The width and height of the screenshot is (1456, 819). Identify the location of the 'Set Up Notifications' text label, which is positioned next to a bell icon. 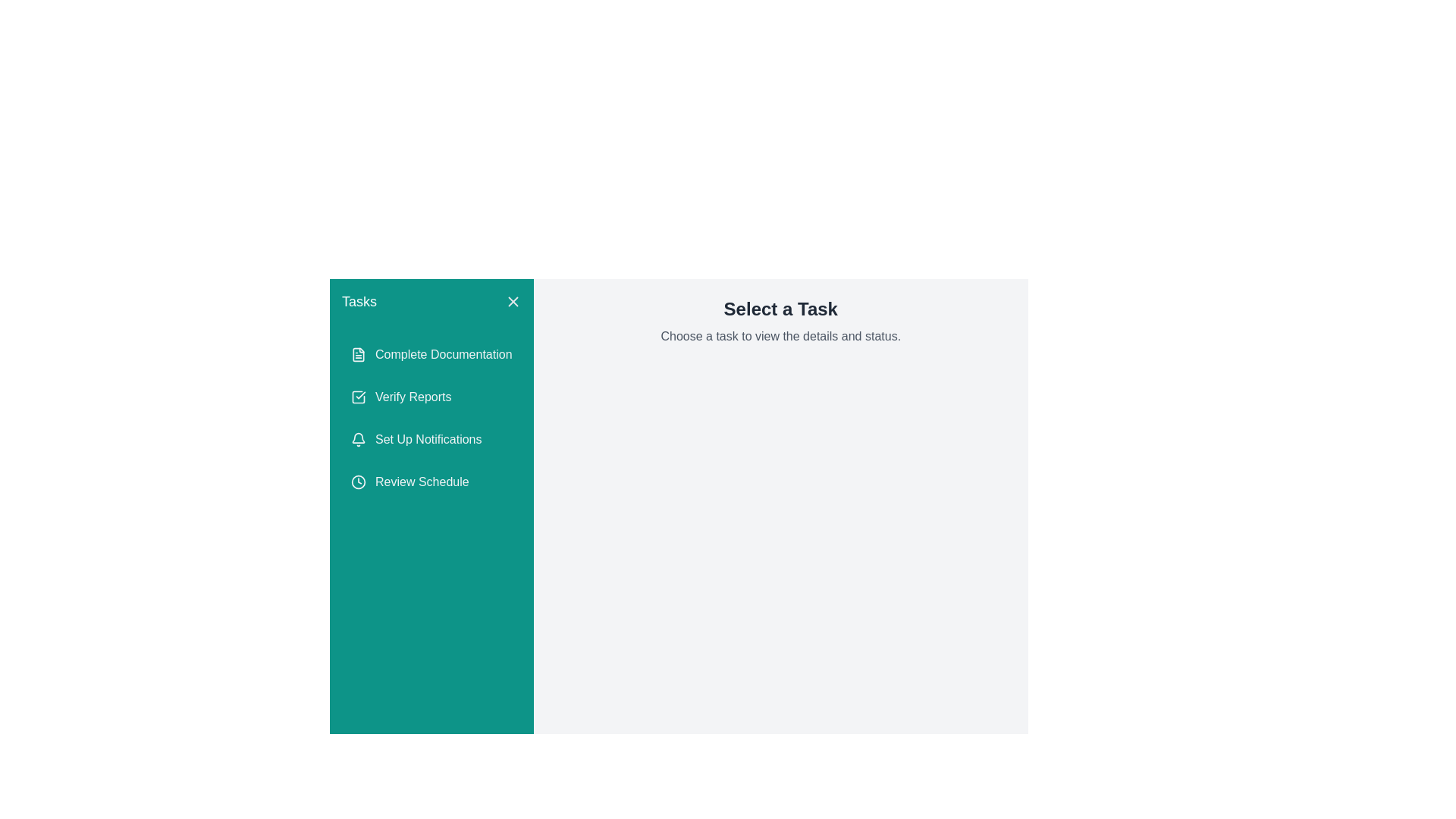
(428, 439).